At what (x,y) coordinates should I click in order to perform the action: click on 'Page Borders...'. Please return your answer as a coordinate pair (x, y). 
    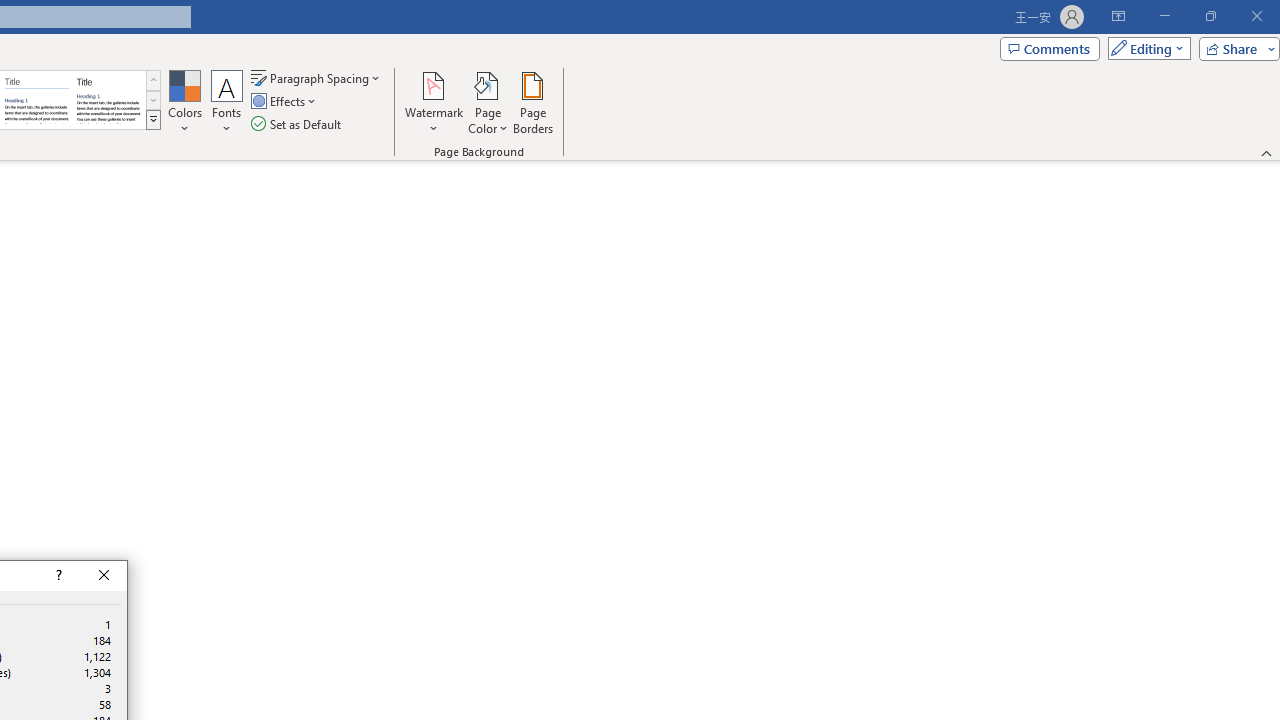
    Looking at the image, I should click on (533, 103).